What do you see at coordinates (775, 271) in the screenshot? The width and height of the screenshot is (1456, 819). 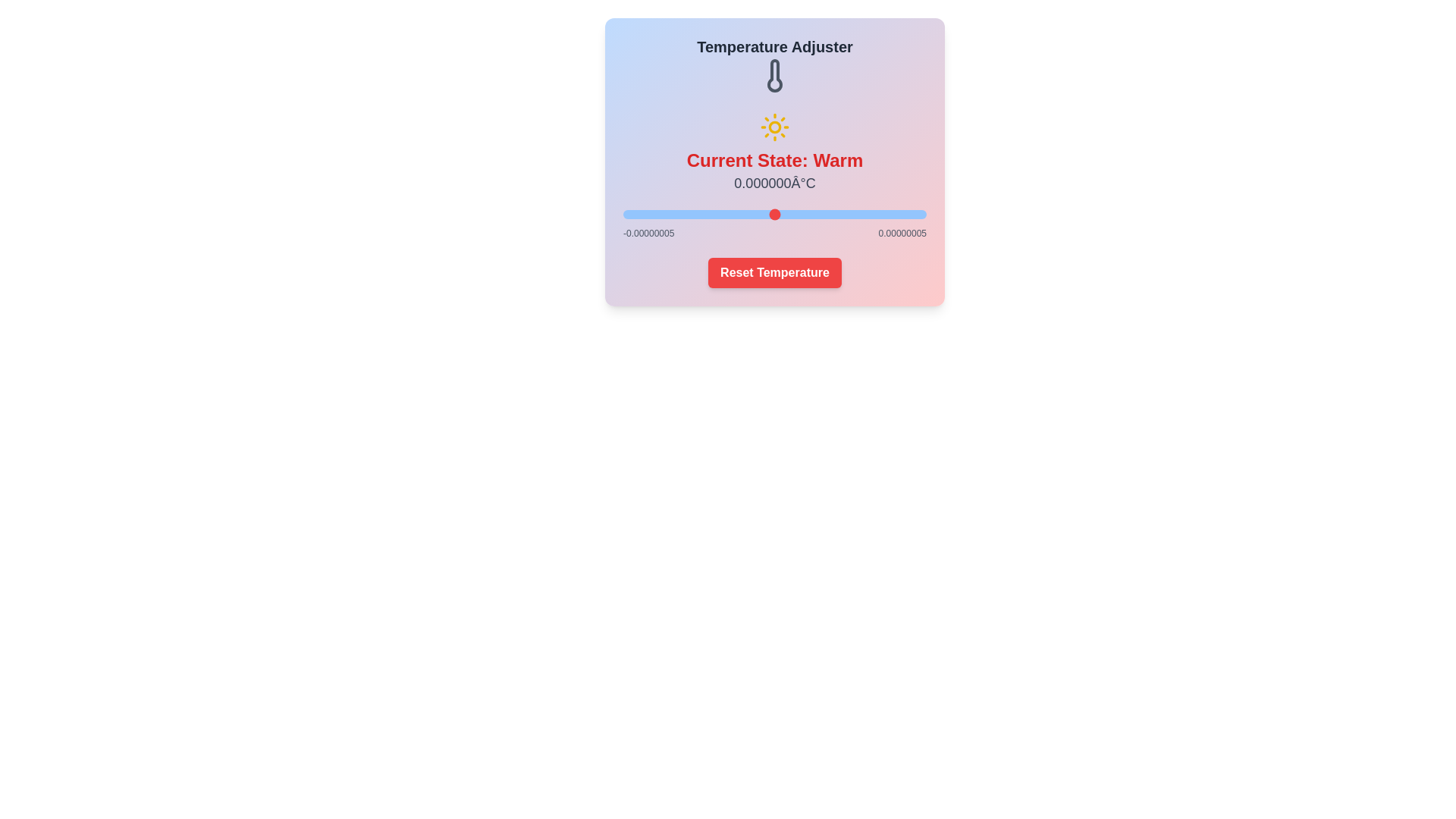 I see `the 'Reset Temperature' button to reset the temperature to its default value` at bounding box center [775, 271].